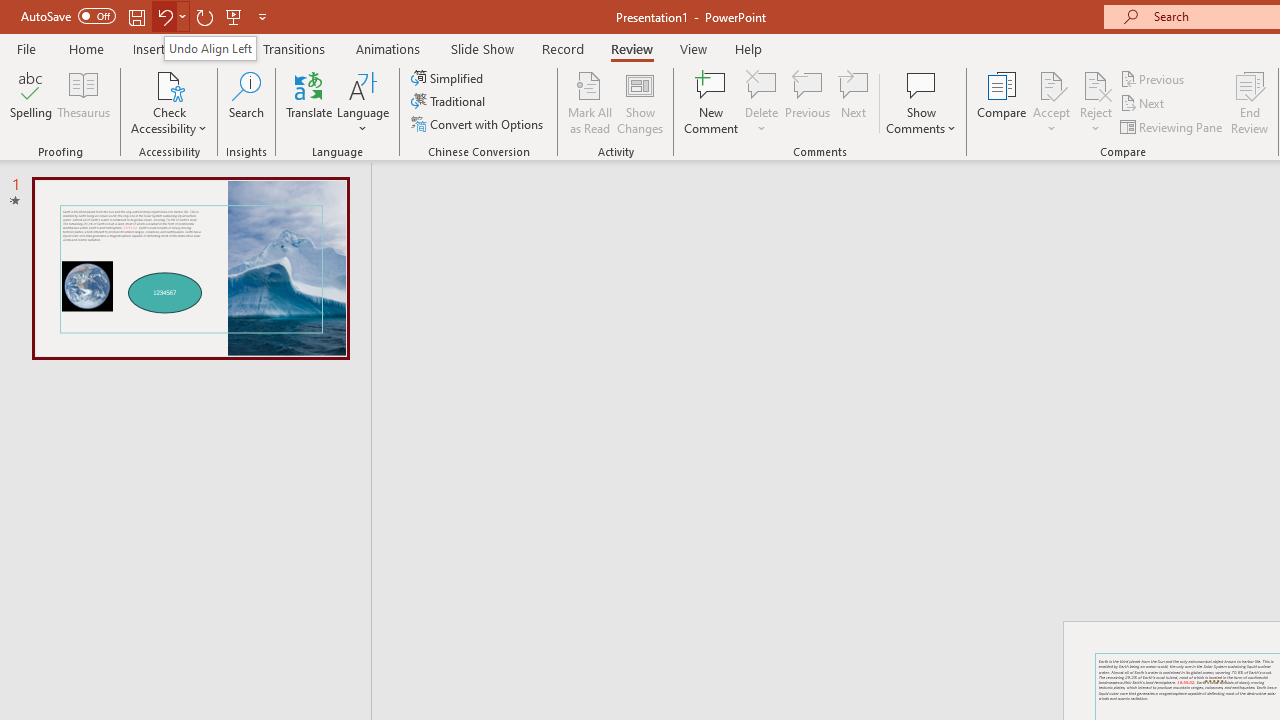  I want to click on 'Check Accessibility', so click(169, 84).